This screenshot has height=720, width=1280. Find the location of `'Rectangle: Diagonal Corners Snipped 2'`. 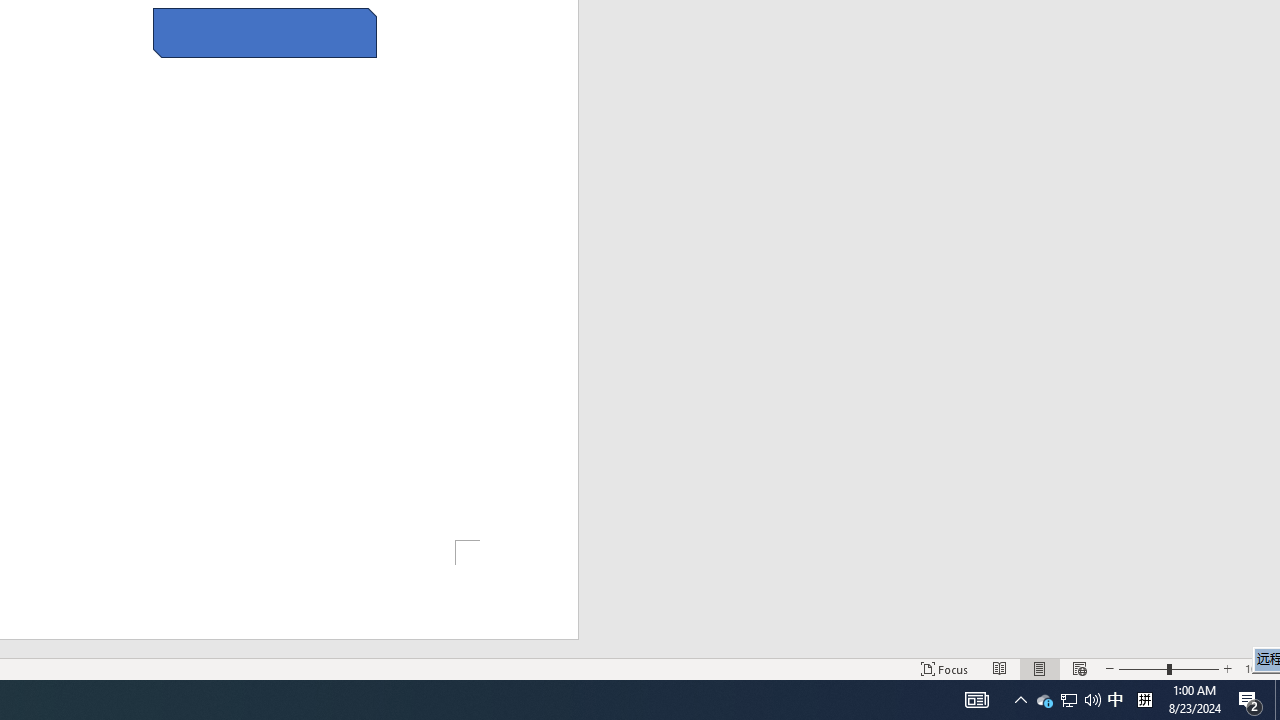

'Rectangle: Diagonal Corners Snipped 2' is located at coordinates (264, 33).